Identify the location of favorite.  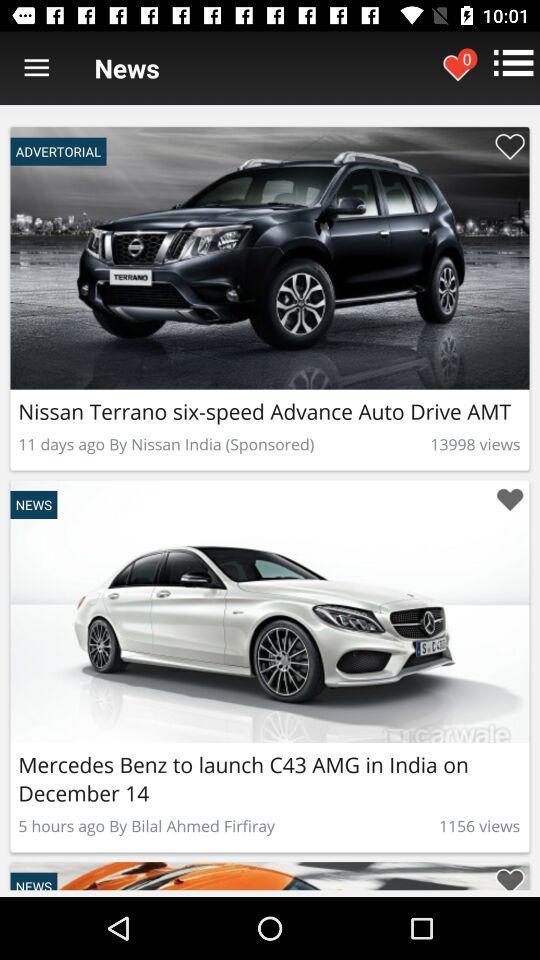
(509, 145).